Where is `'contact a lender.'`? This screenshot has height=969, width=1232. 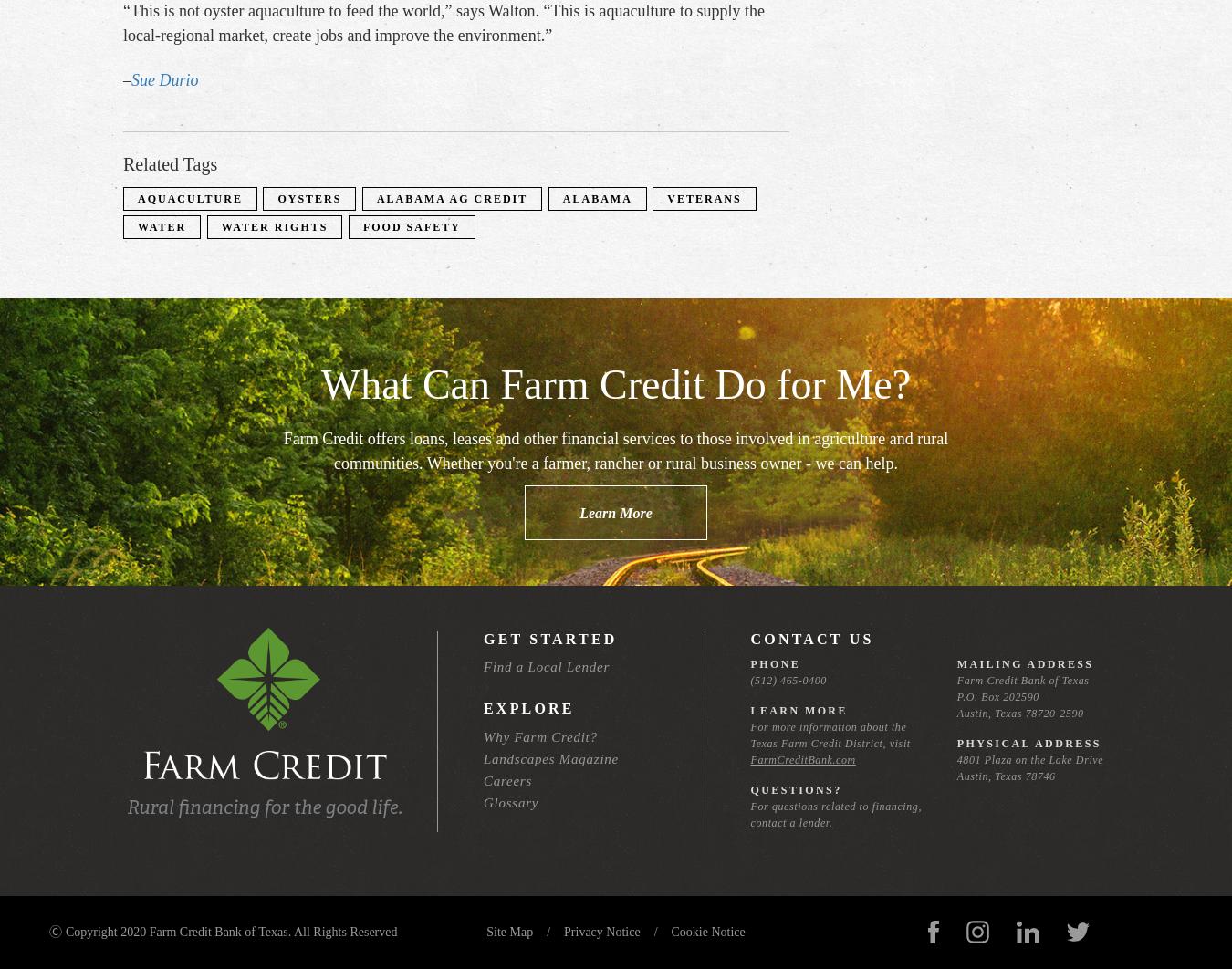
'contact a lender.' is located at coordinates (790, 821).